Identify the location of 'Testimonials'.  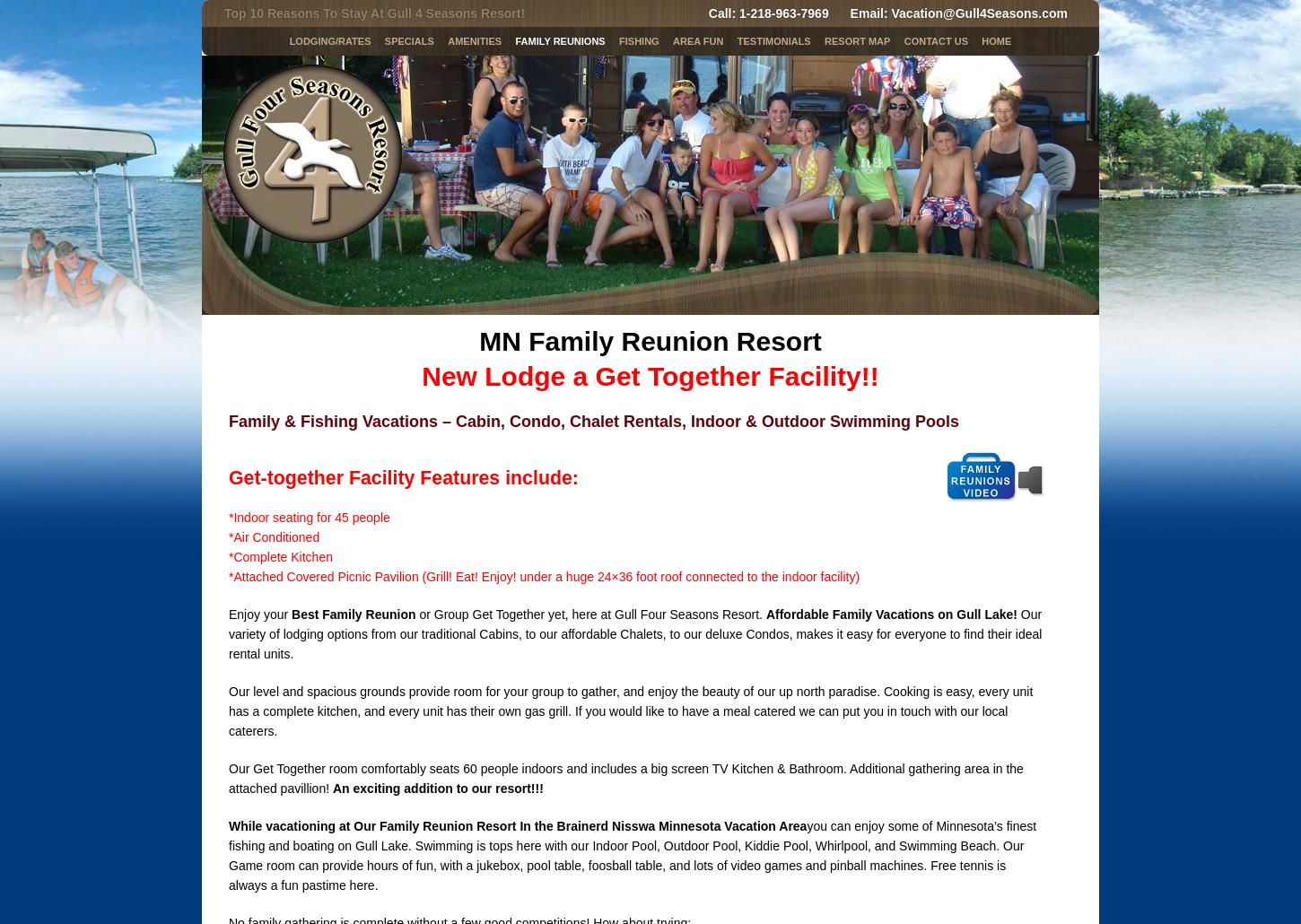
(773, 41).